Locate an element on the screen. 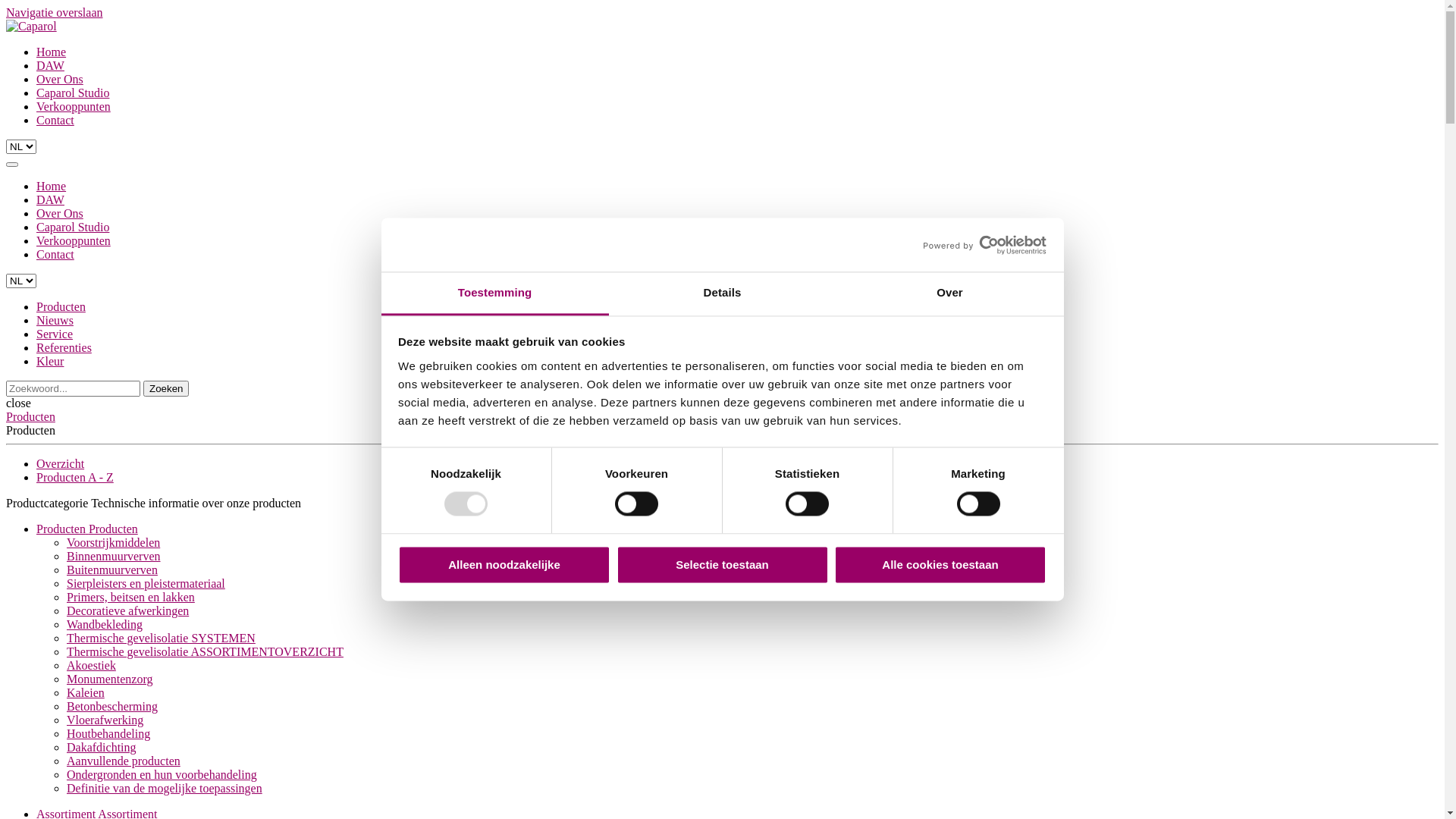  'DAW' is located at coordinates (50, 64).